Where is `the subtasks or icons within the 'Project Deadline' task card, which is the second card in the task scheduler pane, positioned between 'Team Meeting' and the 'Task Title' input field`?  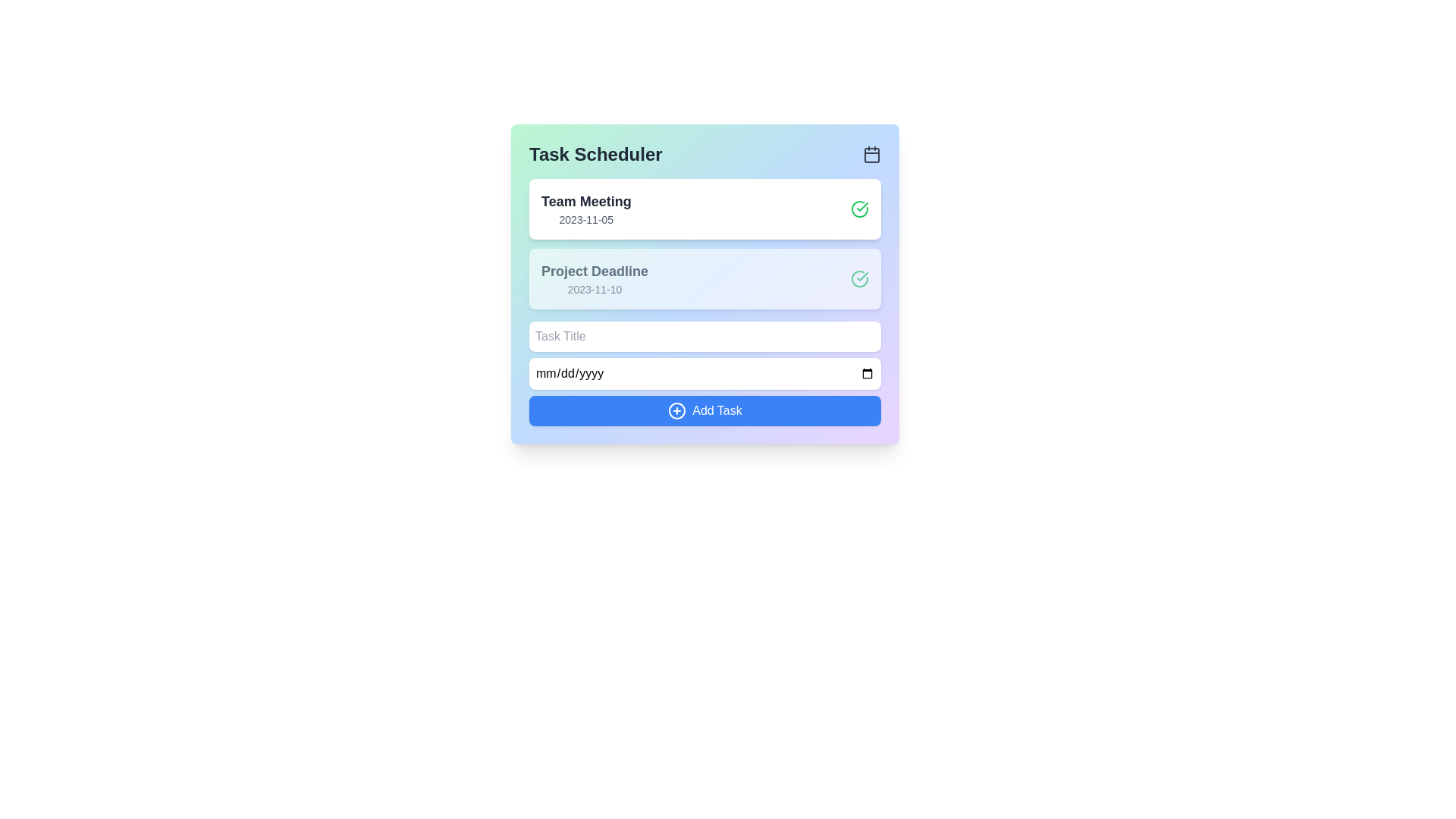
the subtasks or icons within the 'Project Deadline' task card, which is the second card in the task scheduler pane, positioned between 'Team Meeting' and the 'Task Title' input field is located at coordinates (704, 278).